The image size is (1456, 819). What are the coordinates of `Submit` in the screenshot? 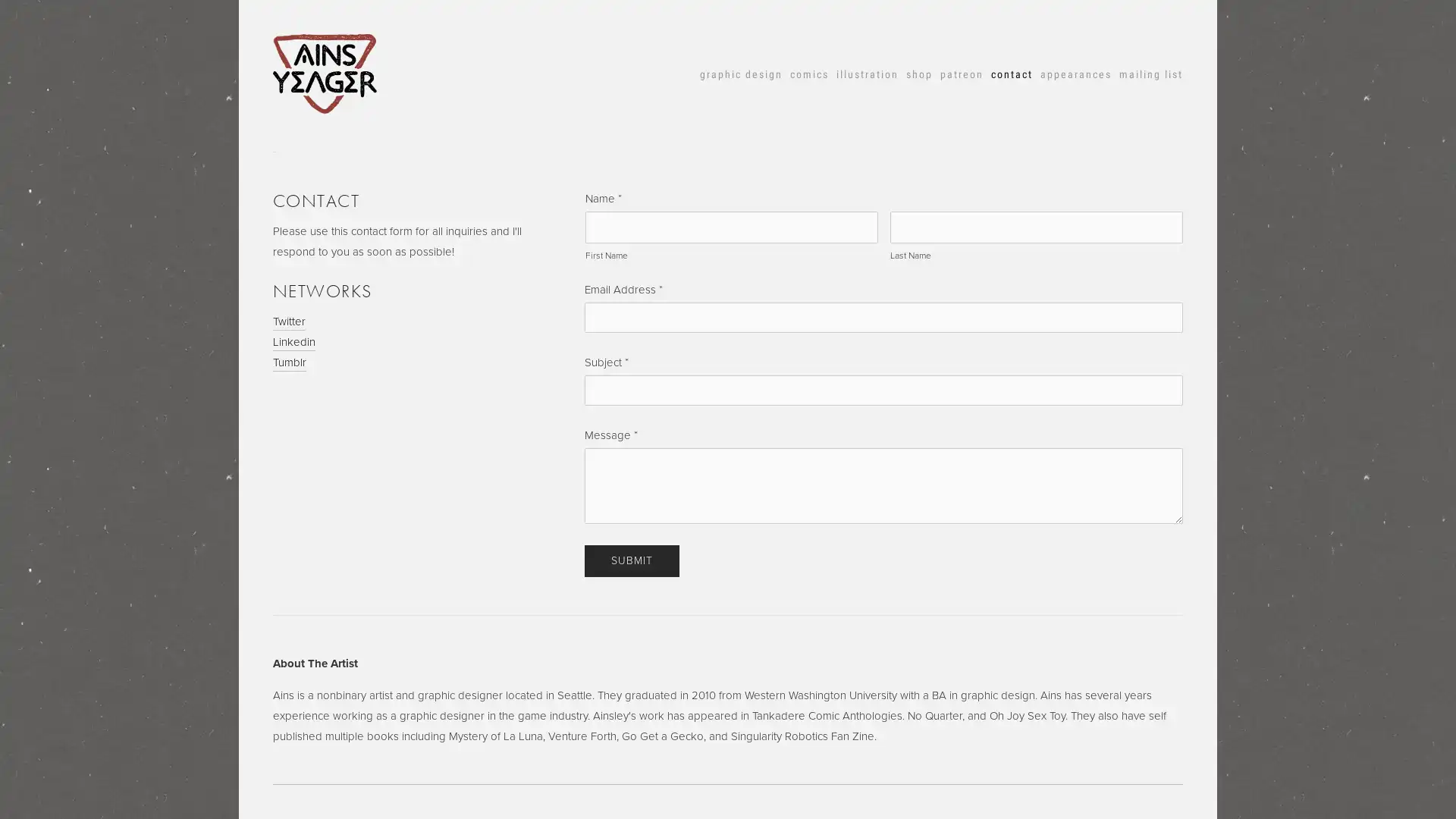 It's located at (632, 561).